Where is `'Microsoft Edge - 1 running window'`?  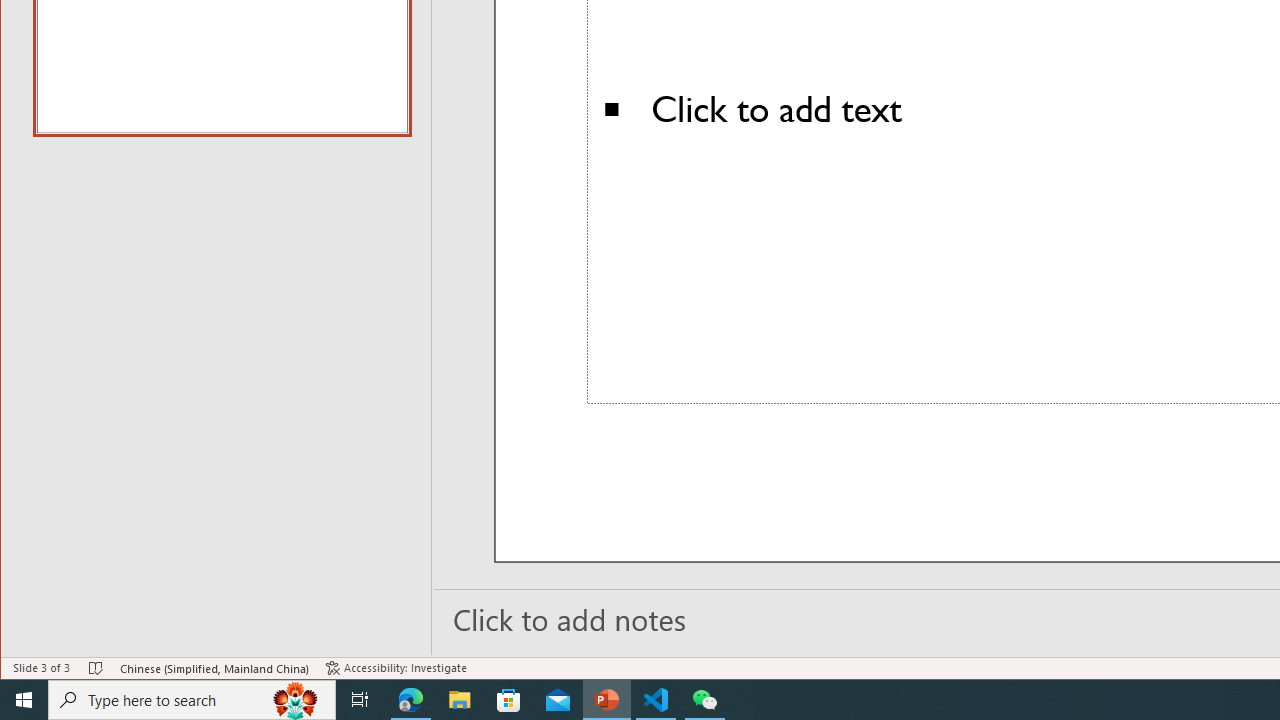 'Microsoft Edge - 1 running window' is located at coordinates (410, 698).